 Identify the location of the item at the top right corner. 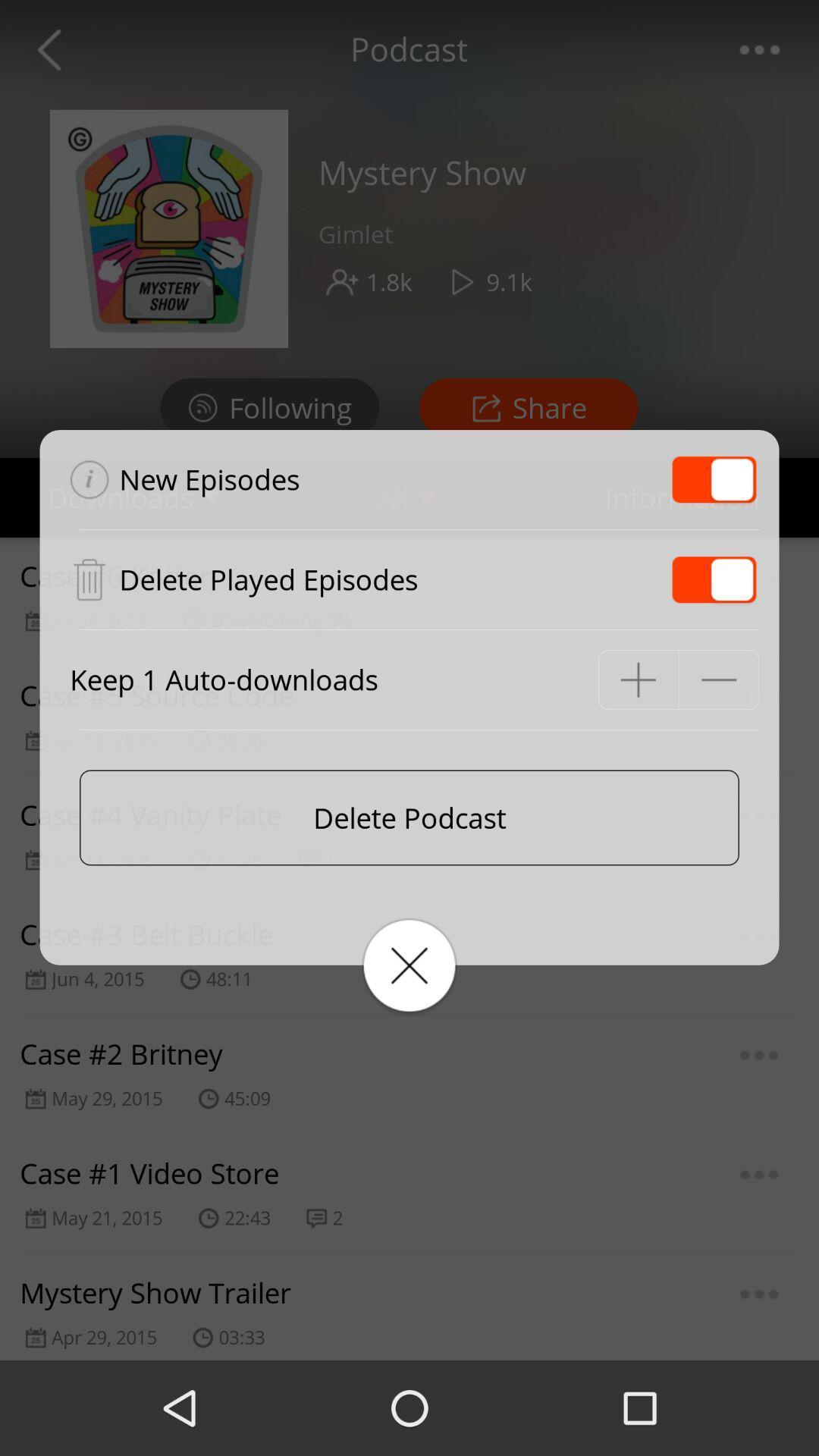
(714, 479).